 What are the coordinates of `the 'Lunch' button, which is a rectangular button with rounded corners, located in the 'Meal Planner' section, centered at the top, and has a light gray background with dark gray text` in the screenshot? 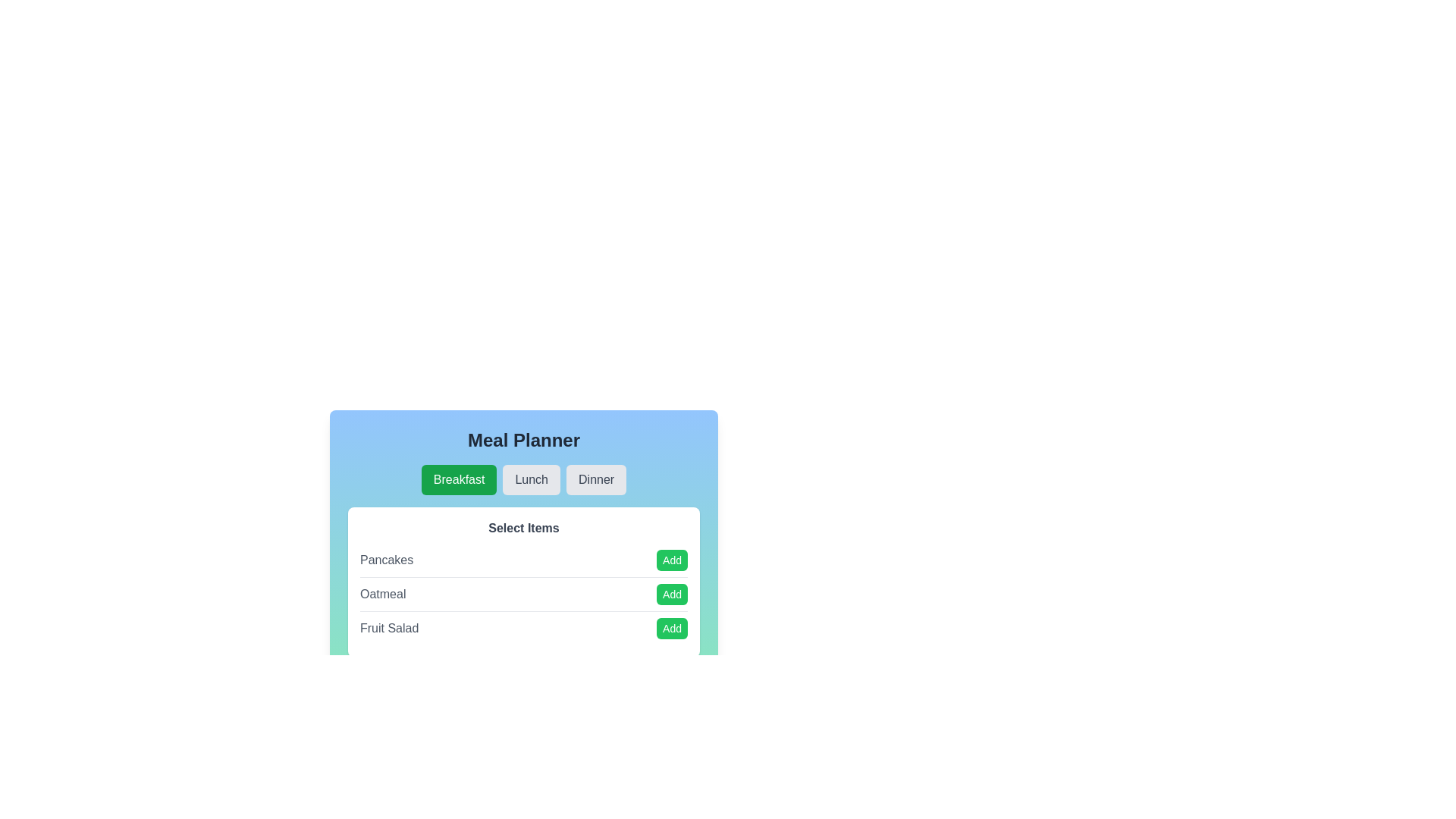 It's located at (532, 479).